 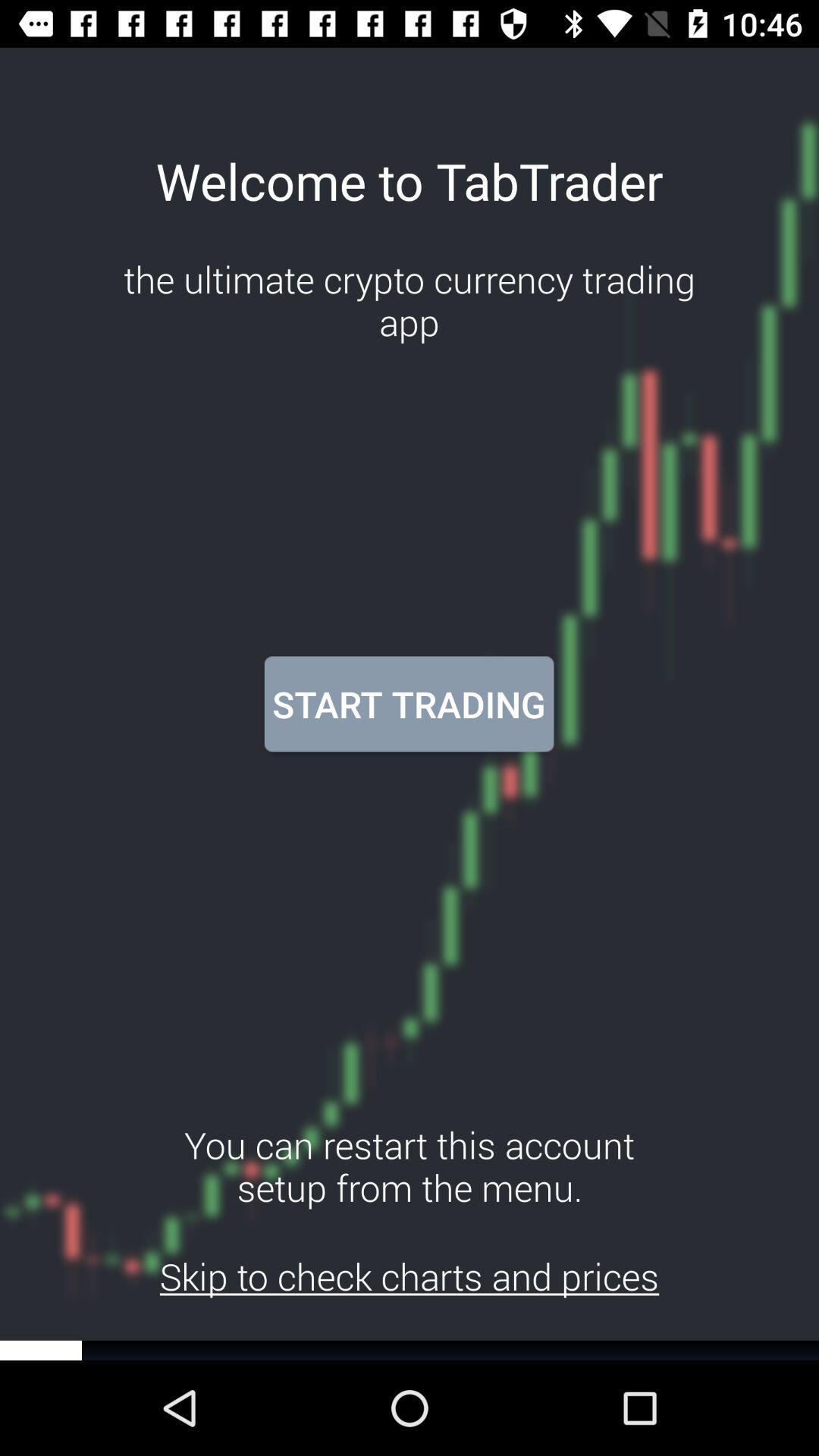 I want to click on the item above the you can restart icon, so click(x=408, y=703).